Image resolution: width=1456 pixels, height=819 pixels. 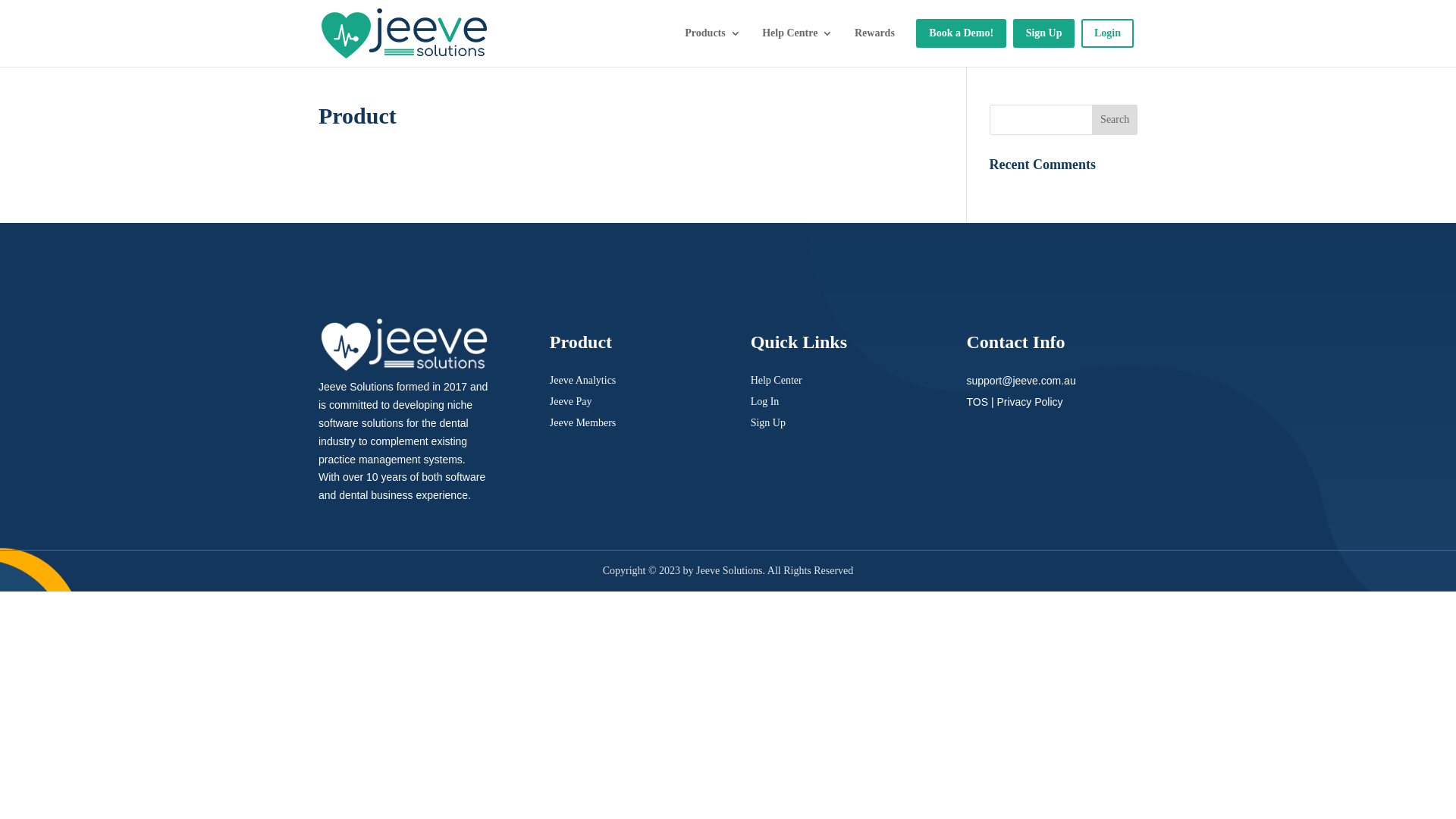 I want to click on 'Help Center', so click(x=776, y=379).